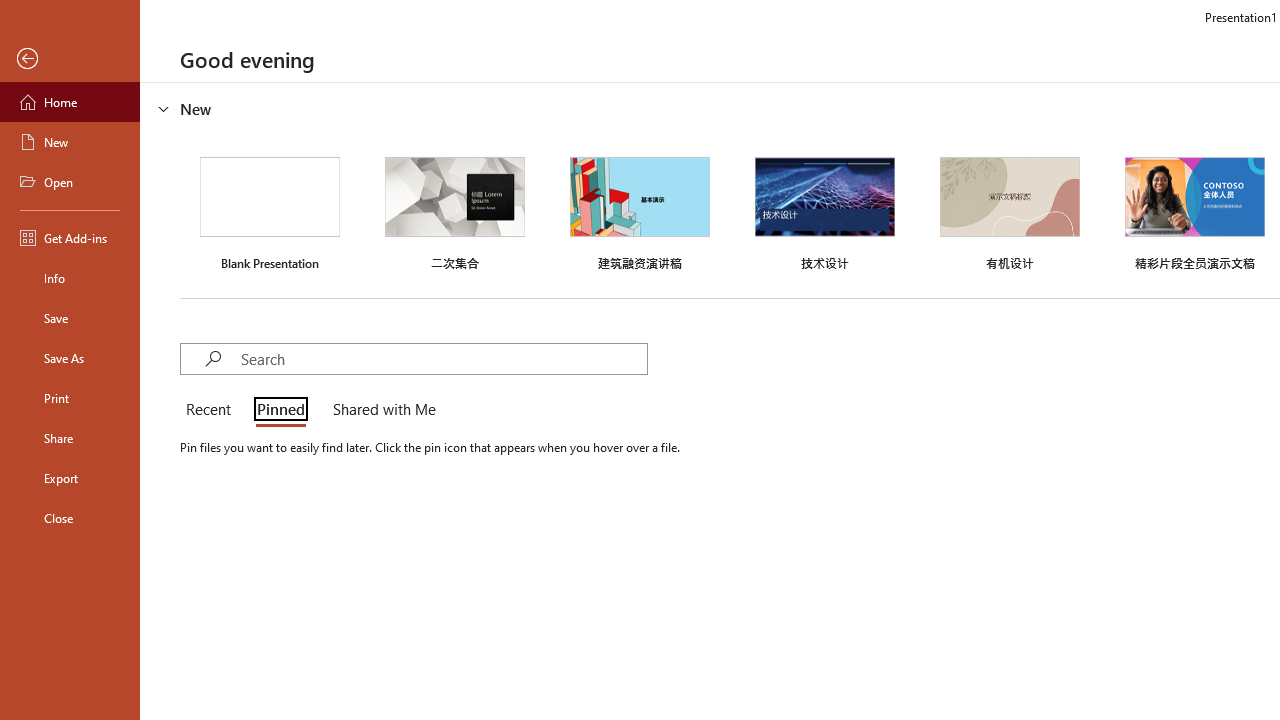  Describe the element at coordinates (269, 211) in the screenshot. I see `'Blank Presentation'` at that location.